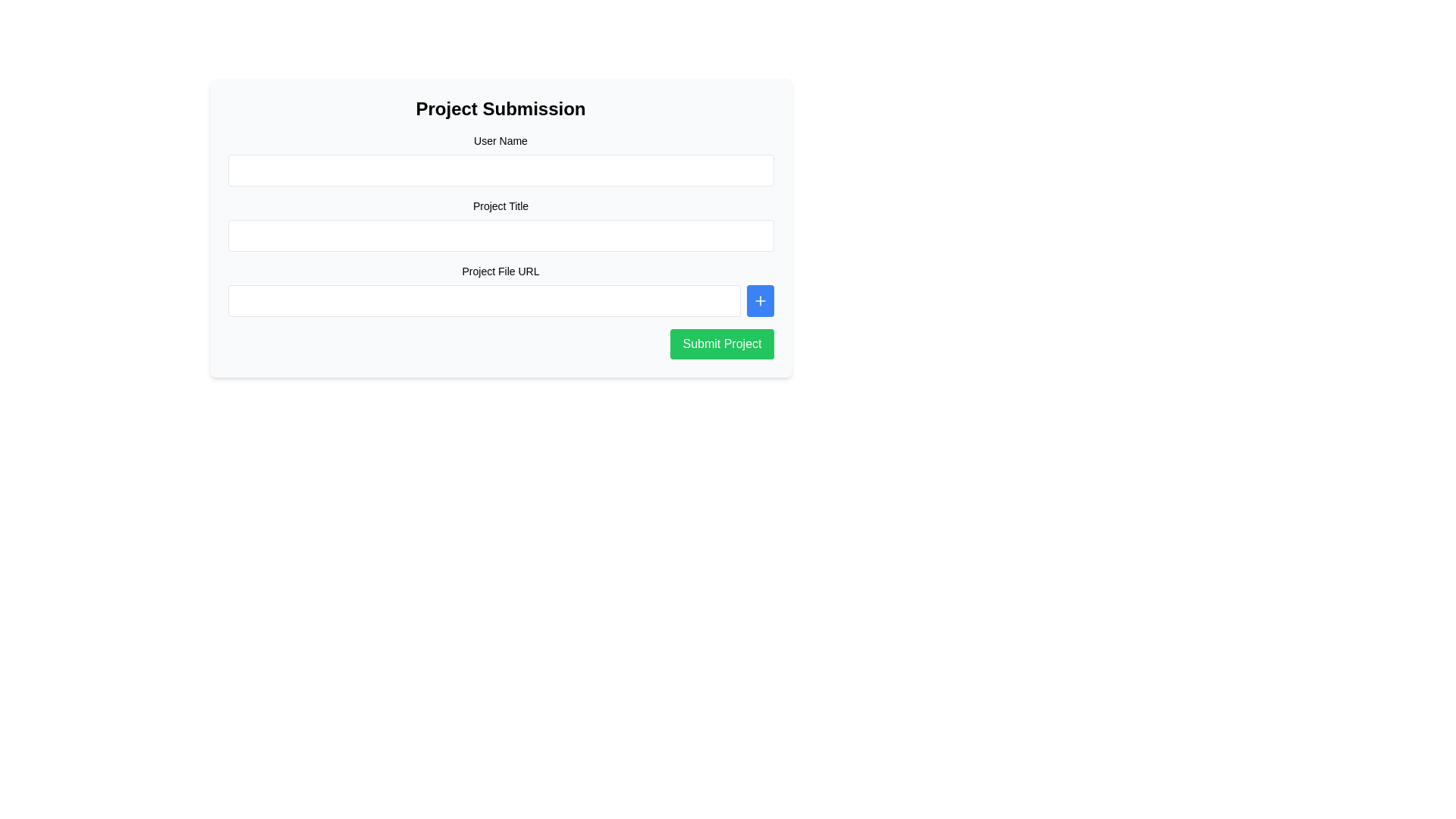  Describe the element at coordinates (500, 206) in the screenshot. I see `the text label that describes the purpose of the input field for project title entry in the 'Project Submission' form` at that location.